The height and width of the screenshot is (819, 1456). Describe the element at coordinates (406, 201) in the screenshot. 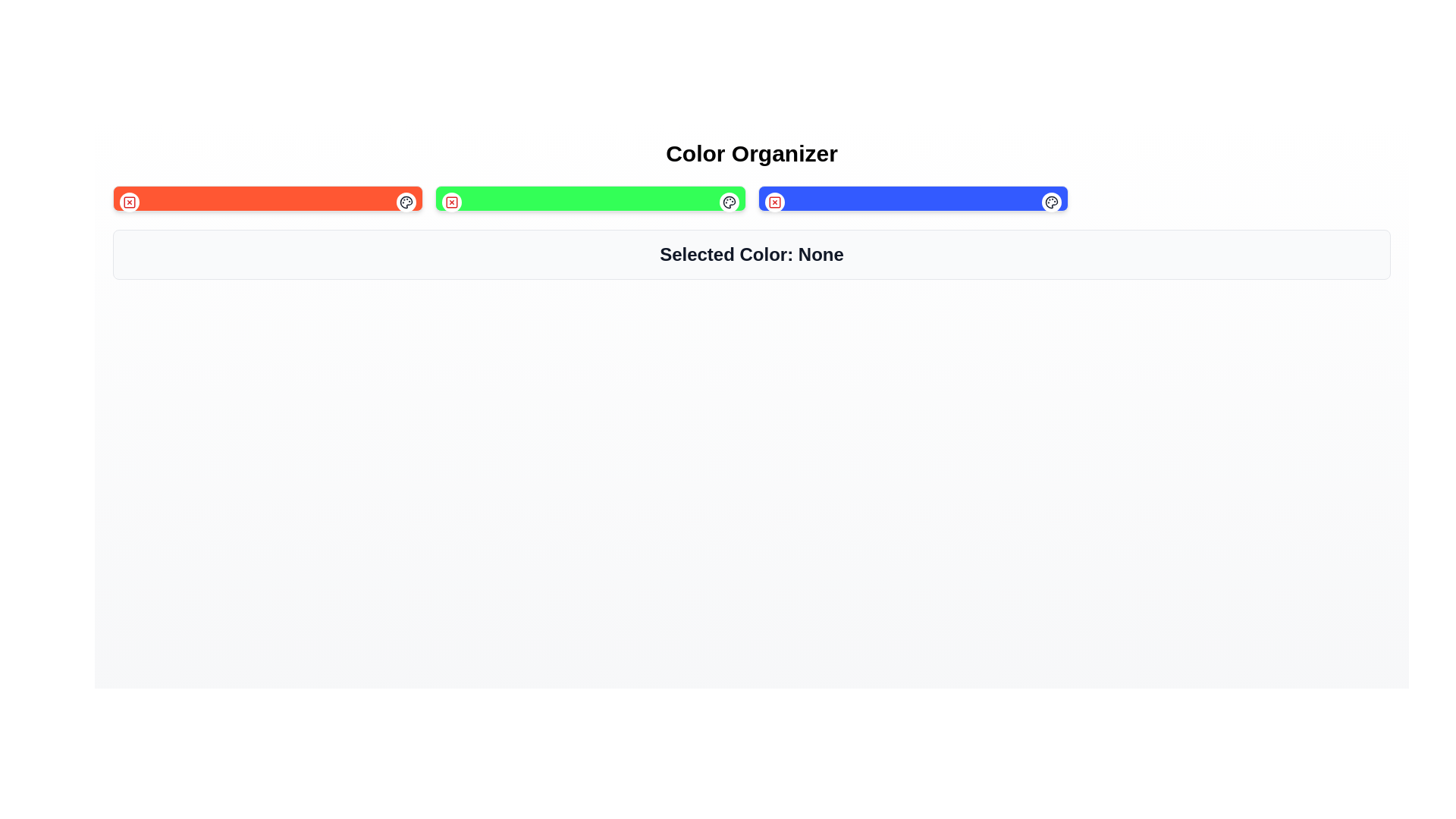

I see `the SVG icon located at the center top of the interface, within the green bar, near the right edge` at that location.